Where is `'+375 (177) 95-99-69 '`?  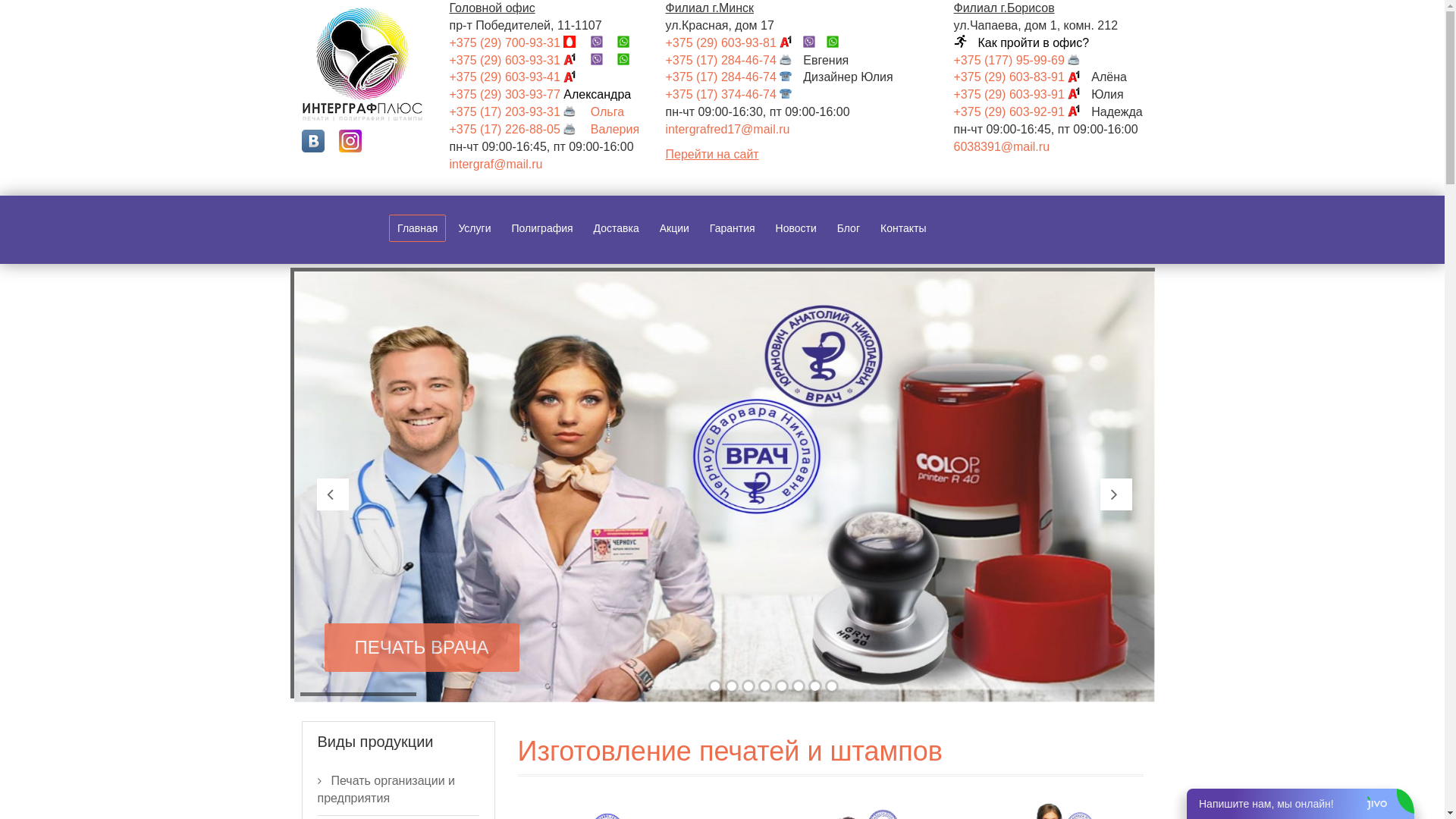
'+375 (177) 95-99-69 ' is located at coordinates (1022, 59).